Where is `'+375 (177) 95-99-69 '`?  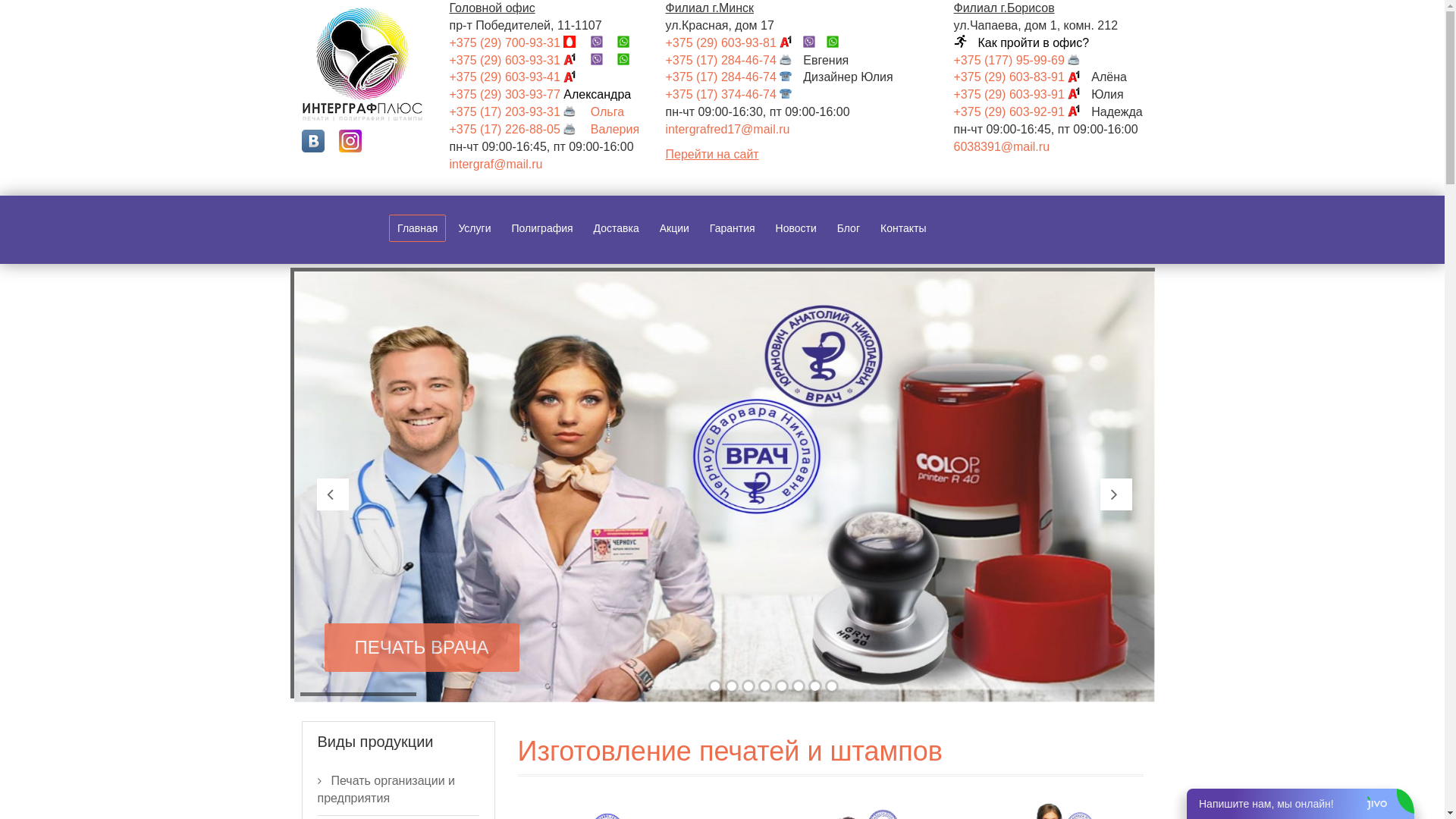
'+375 (177) 95-99-69 ' is located at coordinates (1022, 59).